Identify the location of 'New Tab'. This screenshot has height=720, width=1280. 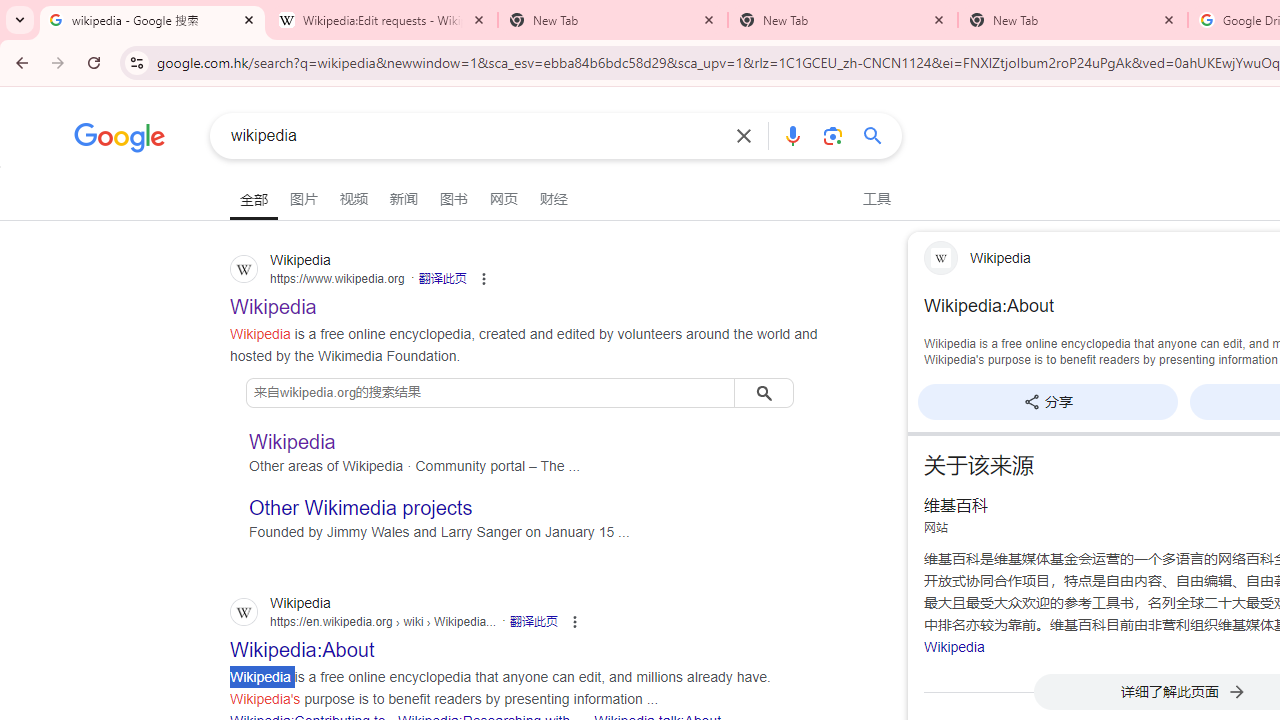
(1071, 20).